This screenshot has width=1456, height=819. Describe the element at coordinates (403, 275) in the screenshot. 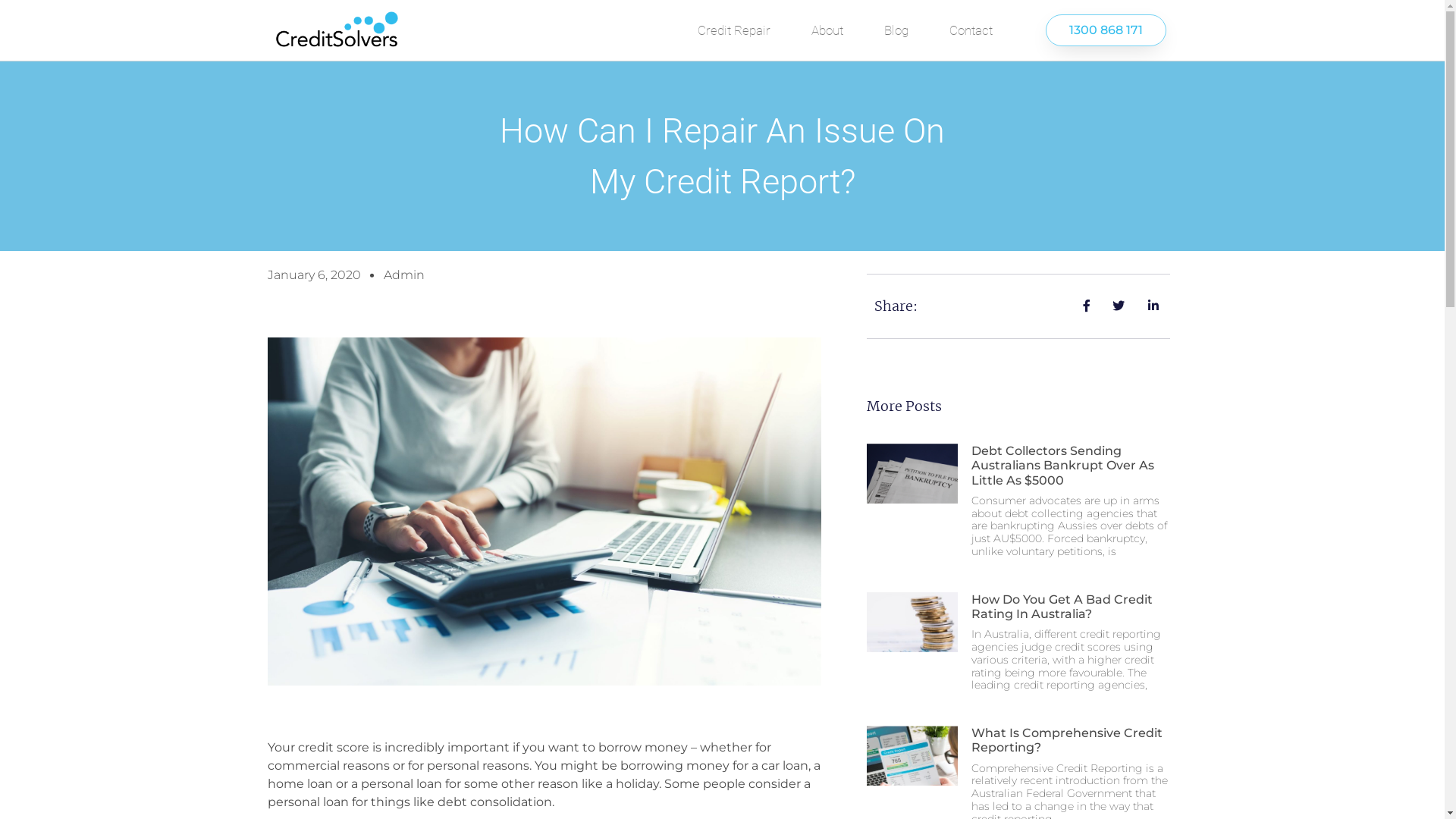

I see `'Admin'` at that location.